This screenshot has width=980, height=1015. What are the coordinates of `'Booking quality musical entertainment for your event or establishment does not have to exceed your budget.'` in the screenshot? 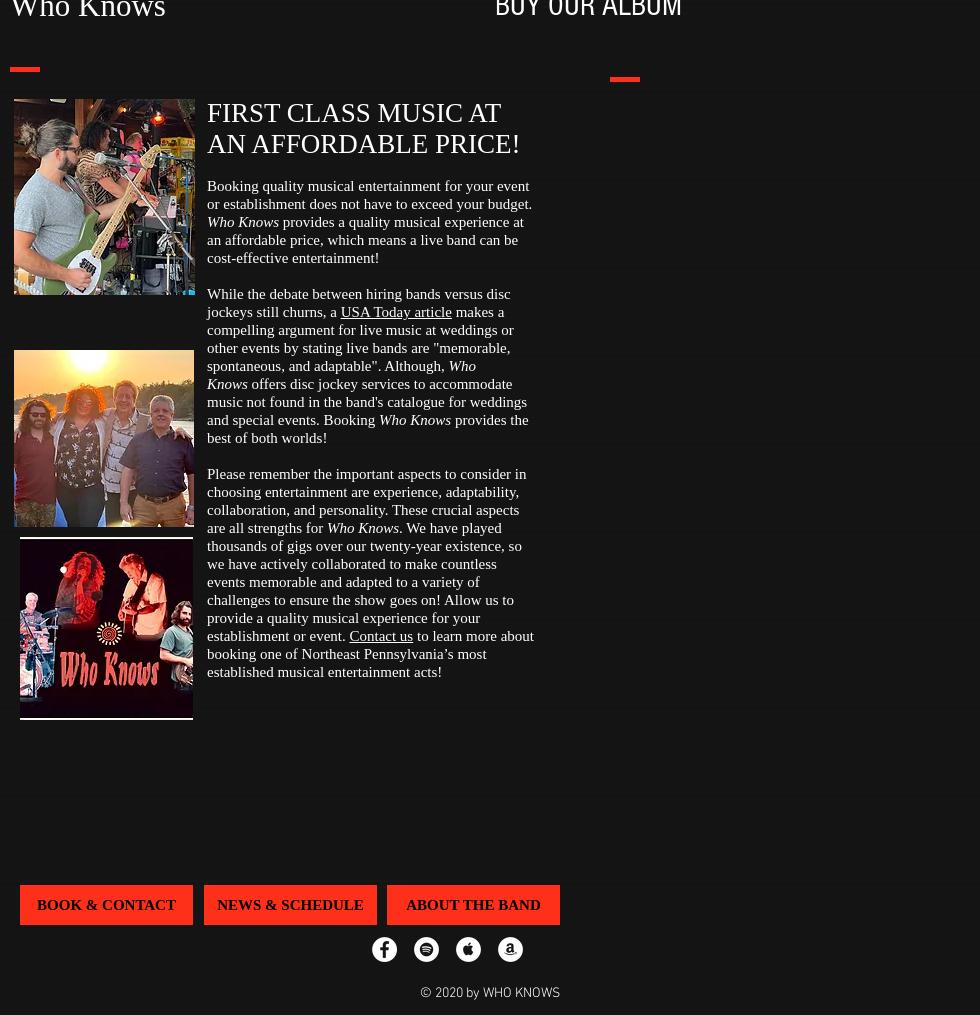 It's located at (206, 193).